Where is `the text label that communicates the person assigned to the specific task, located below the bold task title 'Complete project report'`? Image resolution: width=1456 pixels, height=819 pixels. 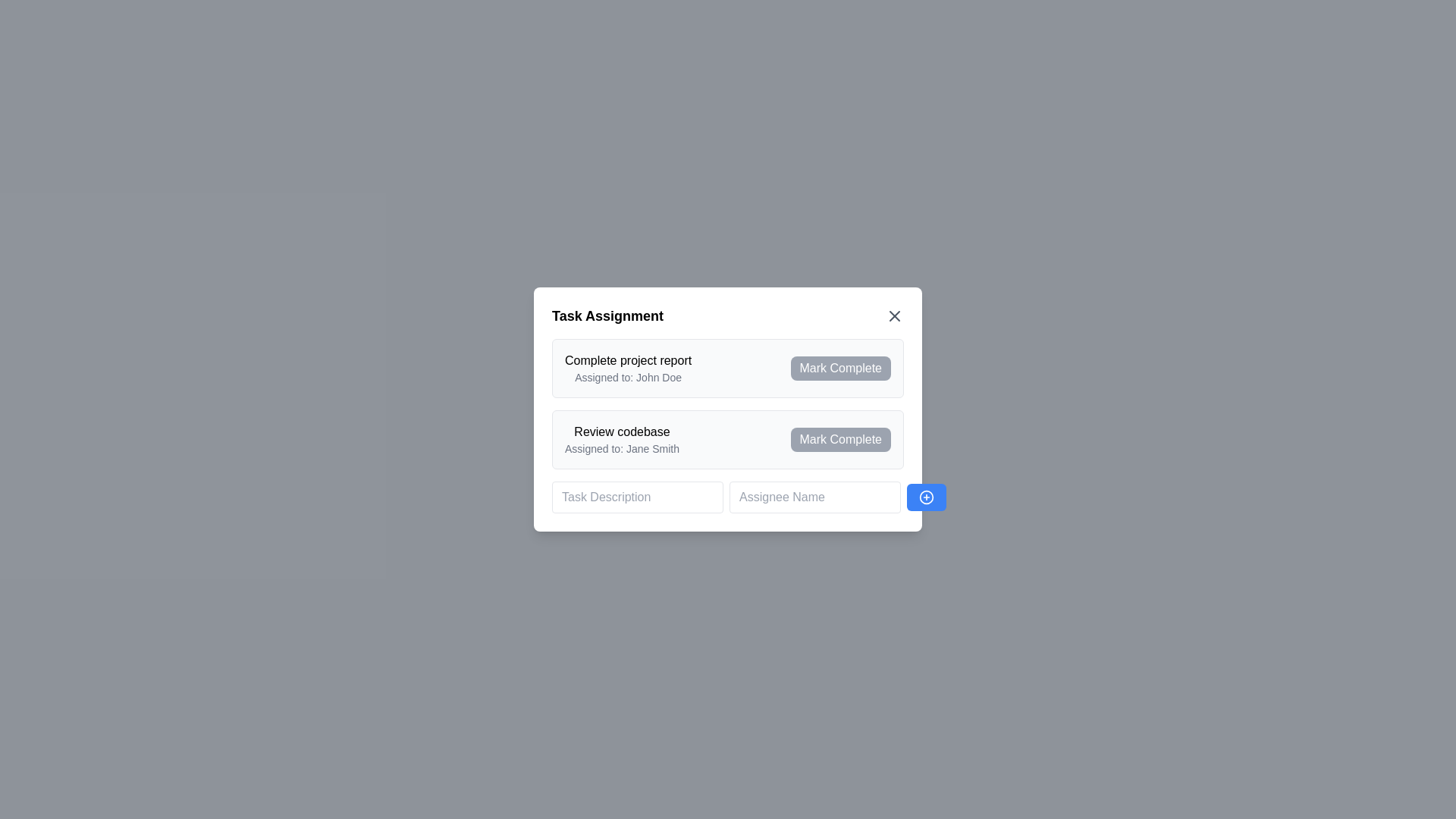
the text label that communicates the person assigned to the specific task, located below the bold task title 'Complete project report' is located at coordinates (628, 376).